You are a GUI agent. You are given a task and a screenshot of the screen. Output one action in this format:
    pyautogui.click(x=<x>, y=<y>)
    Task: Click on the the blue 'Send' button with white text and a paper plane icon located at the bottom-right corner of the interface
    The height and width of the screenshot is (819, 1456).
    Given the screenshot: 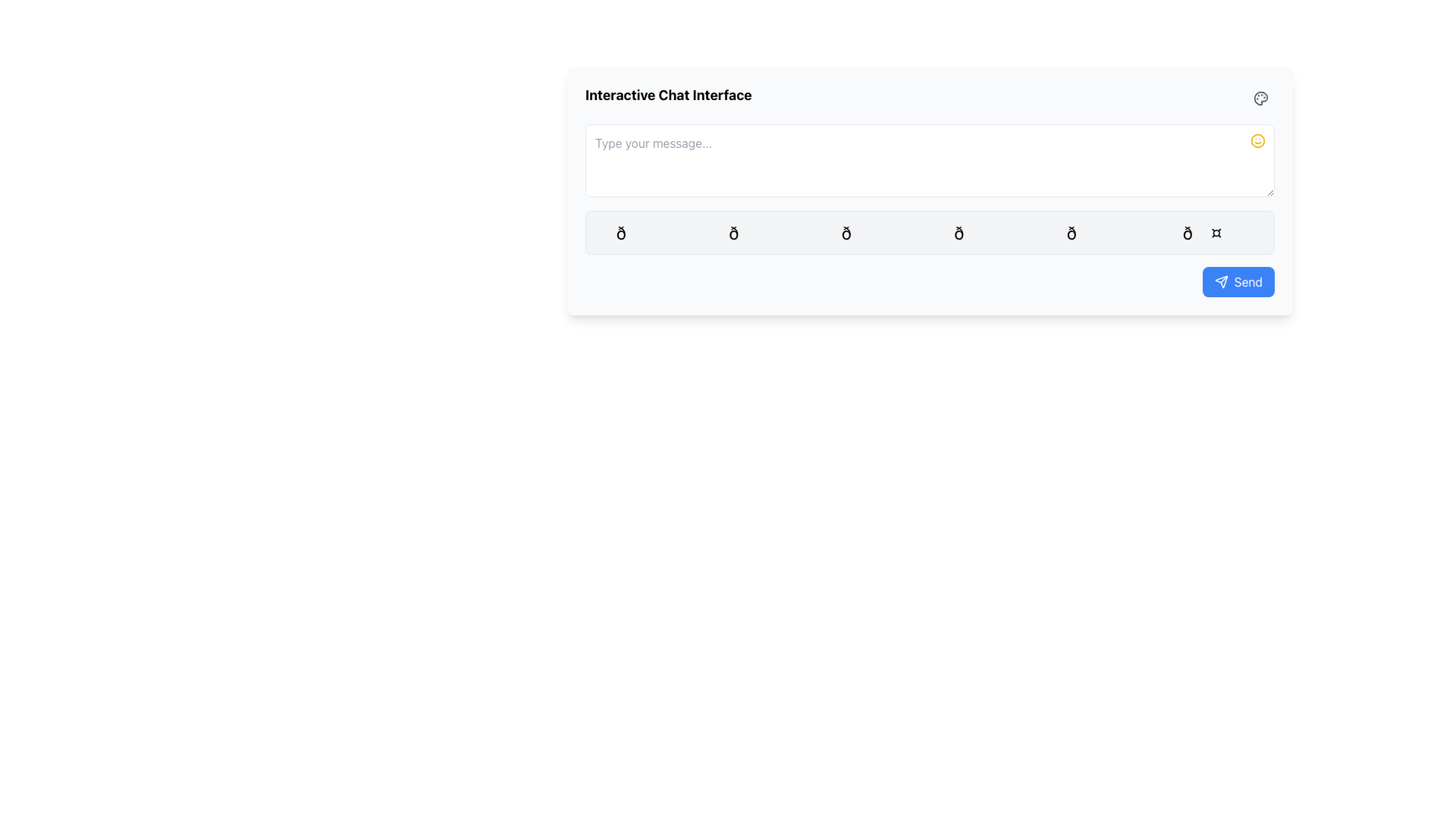 What is the action you would take?
    pyautogui.click(x=1238, y=281)
    